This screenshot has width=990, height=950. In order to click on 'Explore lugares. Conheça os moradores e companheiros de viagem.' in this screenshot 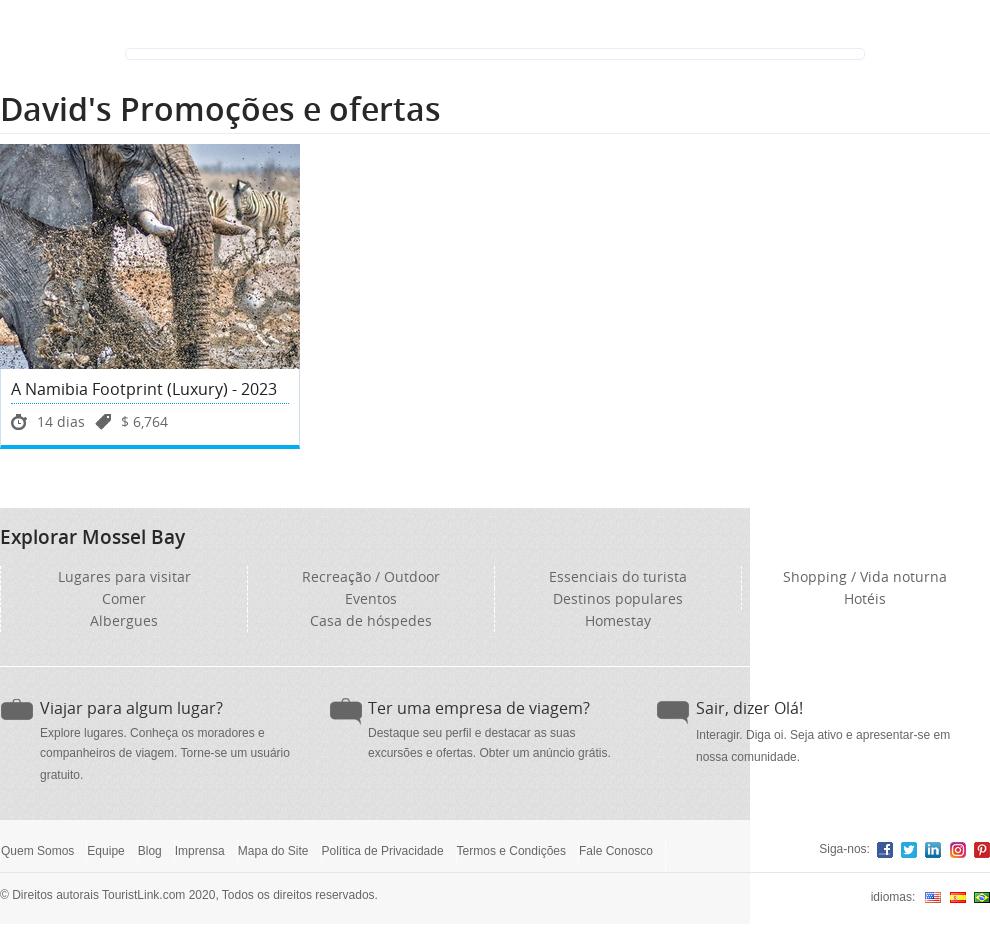, I will do `click(151, 741)`.